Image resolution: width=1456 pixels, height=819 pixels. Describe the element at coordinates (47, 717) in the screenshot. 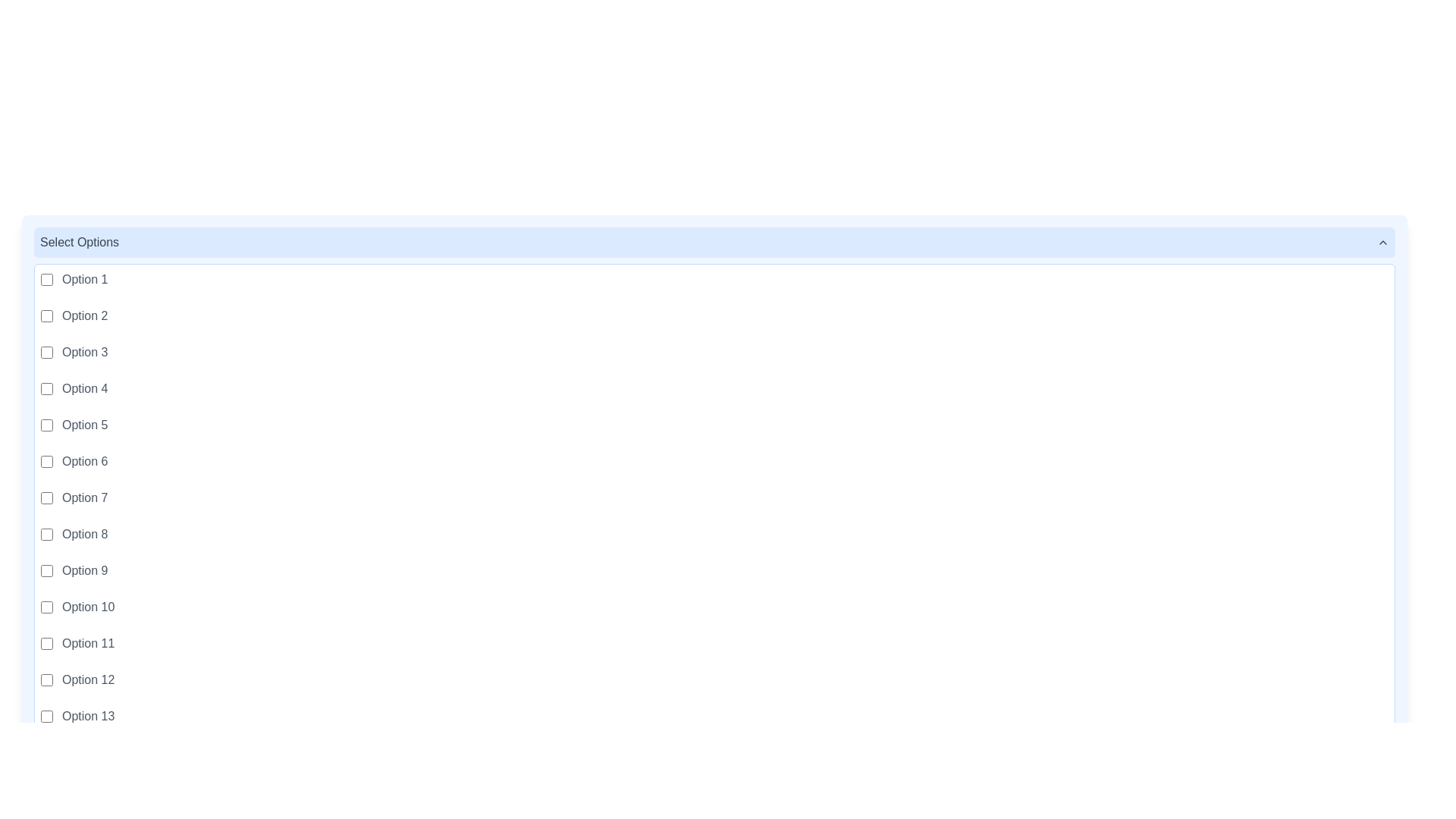

I see `the checkbox for 'Option 13'` at that location.